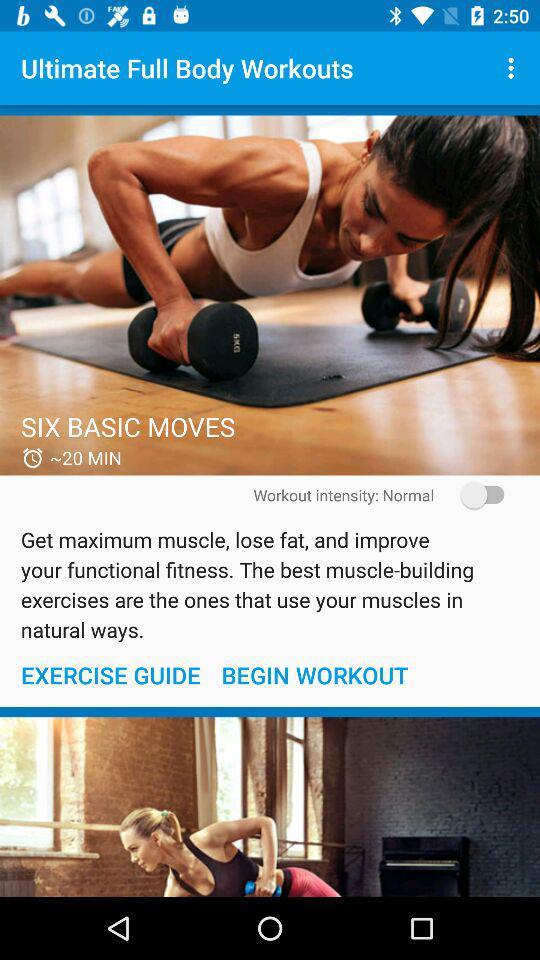 This screenshot has height=960, width=540. Describe the element at coordinates (513, 68) in the screenshot. I see `the icon to the right of ultimate full body app` at that location.